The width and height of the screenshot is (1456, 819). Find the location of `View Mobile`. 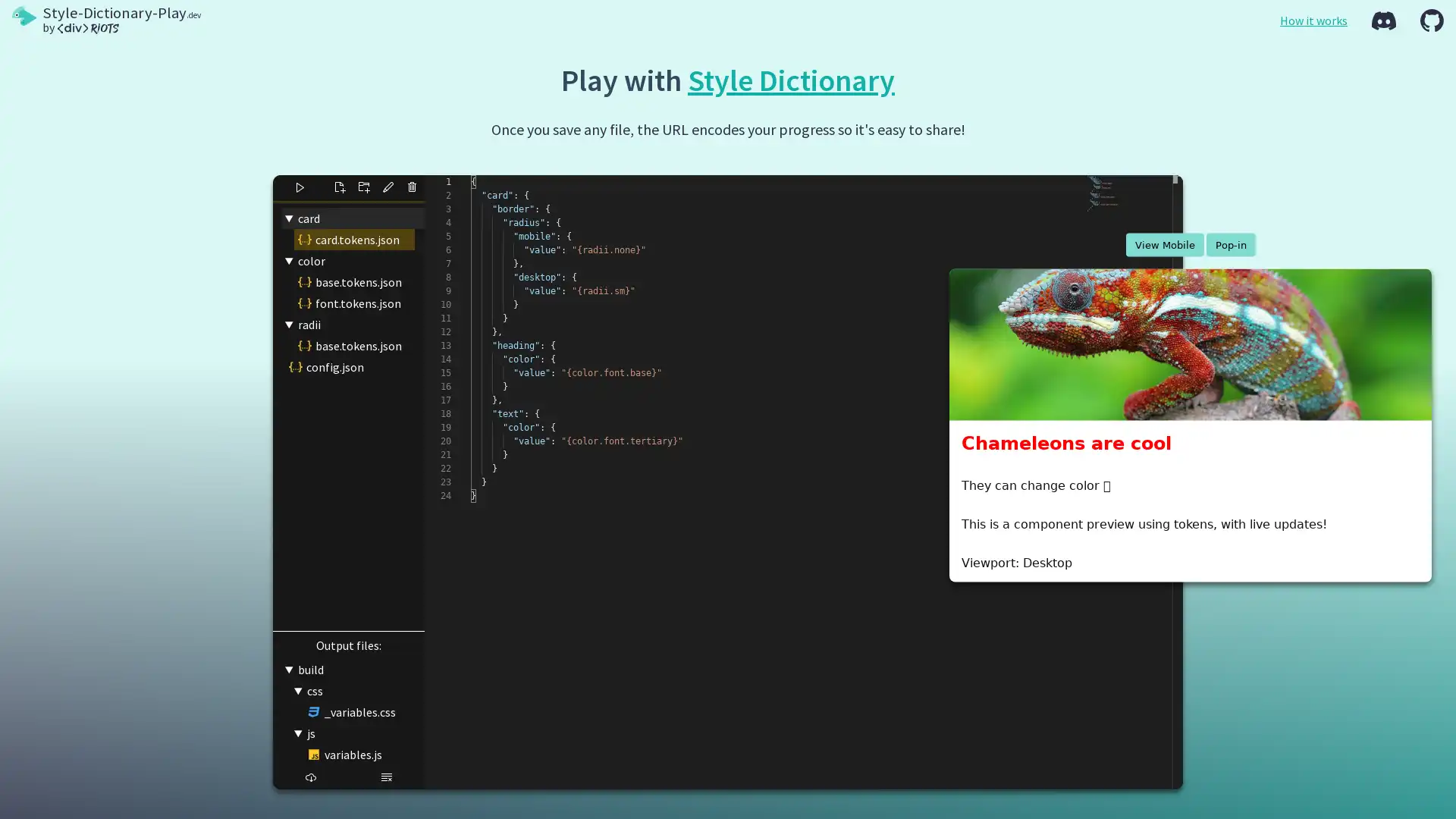

View Mobile is located at coordinates (1163, 243).